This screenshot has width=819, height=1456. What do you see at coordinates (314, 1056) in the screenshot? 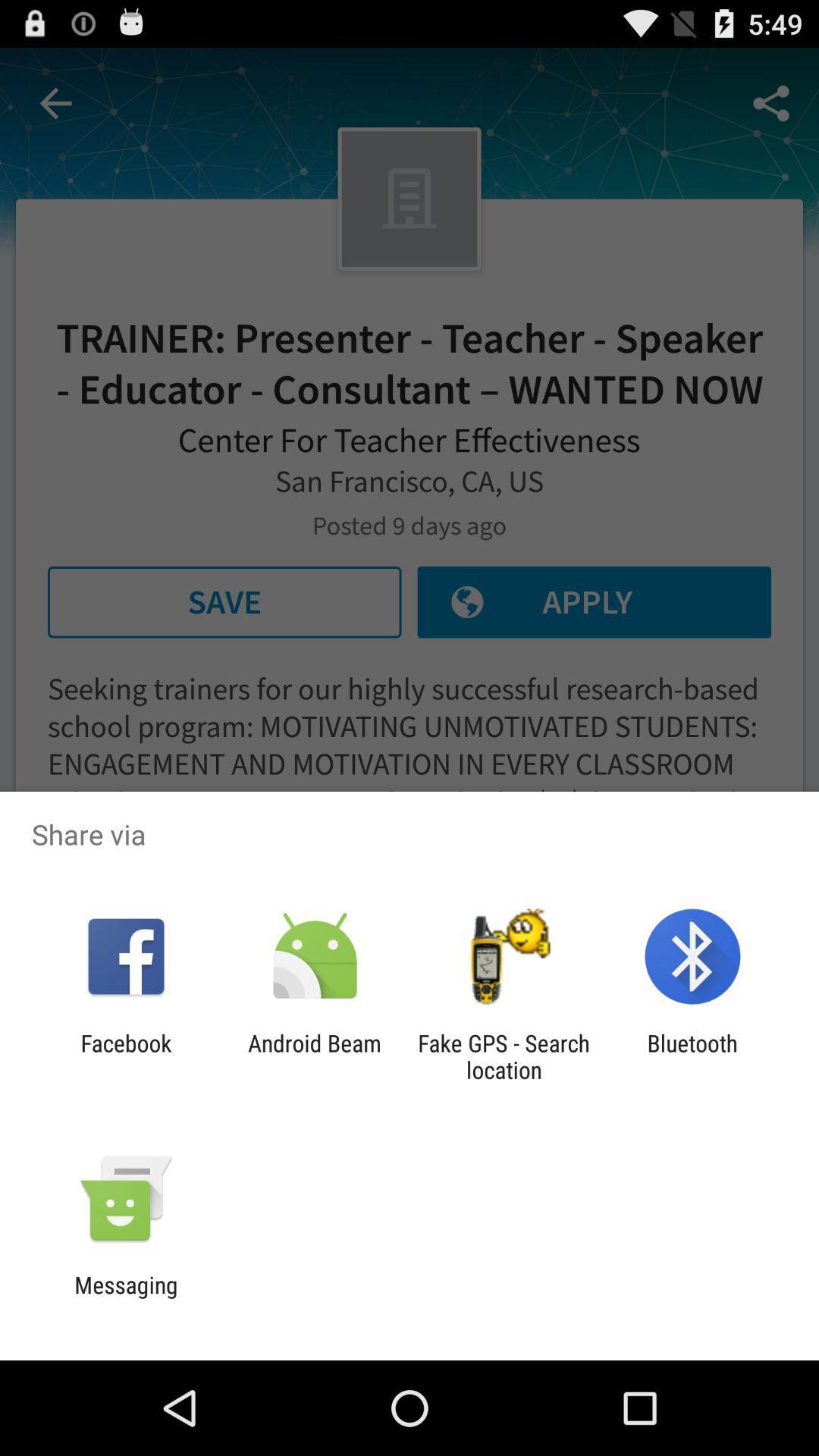
I see `android beam` at bounding box center [314, 1056].